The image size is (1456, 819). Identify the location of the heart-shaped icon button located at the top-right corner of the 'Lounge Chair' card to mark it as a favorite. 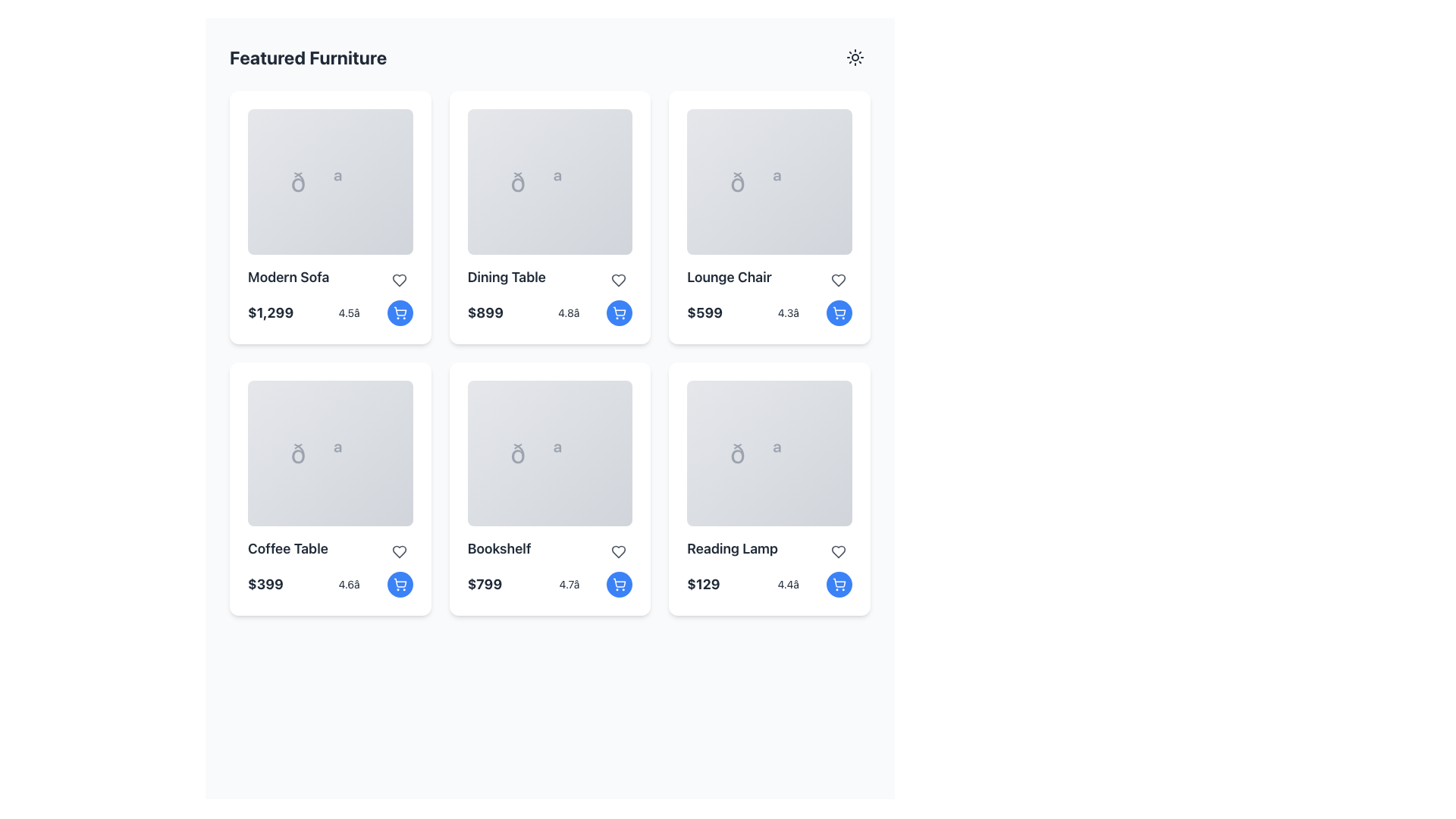
(837, 281).